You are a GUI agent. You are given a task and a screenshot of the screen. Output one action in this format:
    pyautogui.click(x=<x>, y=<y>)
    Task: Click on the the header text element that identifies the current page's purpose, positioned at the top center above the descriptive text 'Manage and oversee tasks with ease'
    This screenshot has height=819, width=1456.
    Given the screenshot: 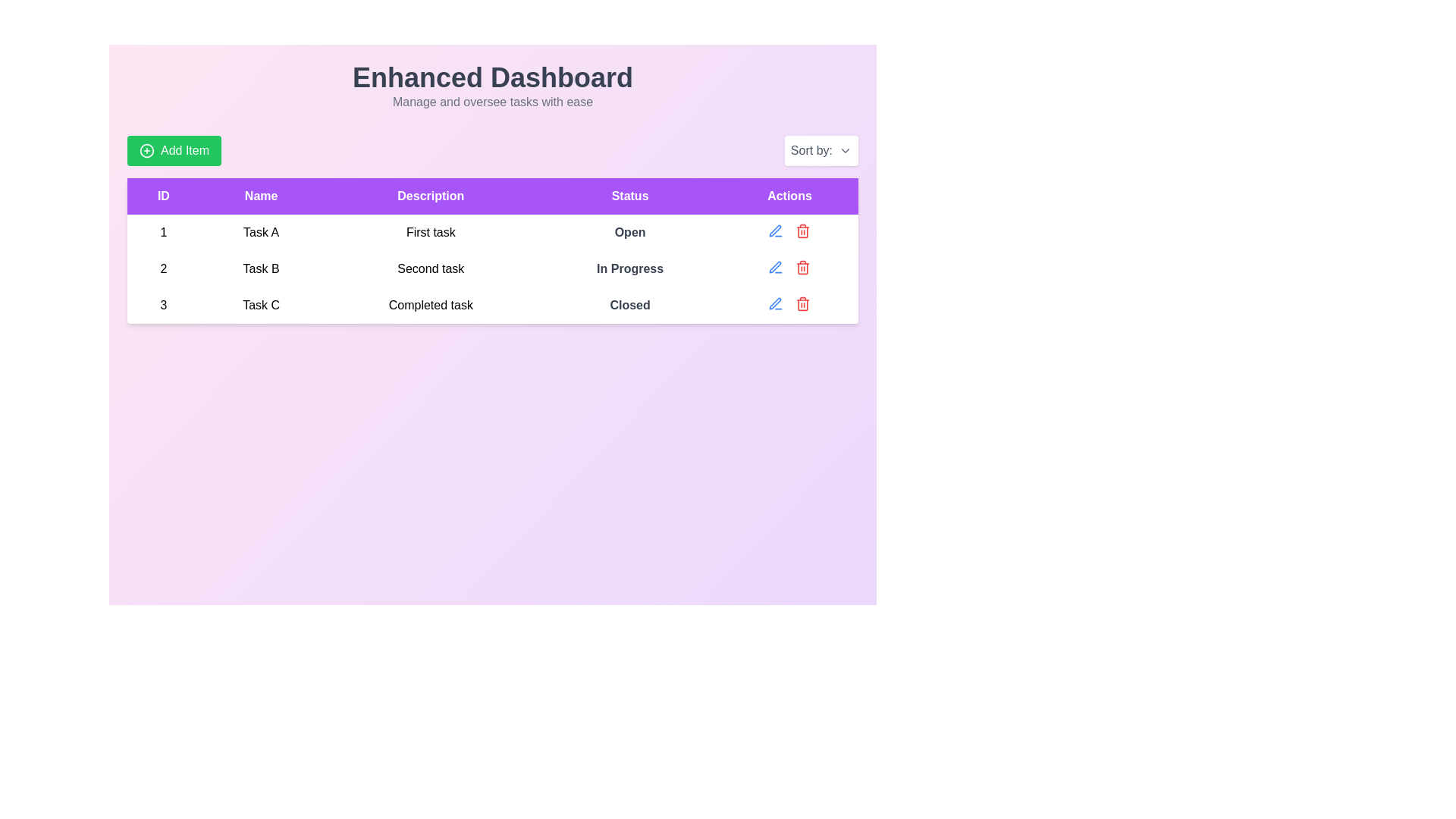 What is the action you would take?
    pyautogui.click(x=492, y=78)
    